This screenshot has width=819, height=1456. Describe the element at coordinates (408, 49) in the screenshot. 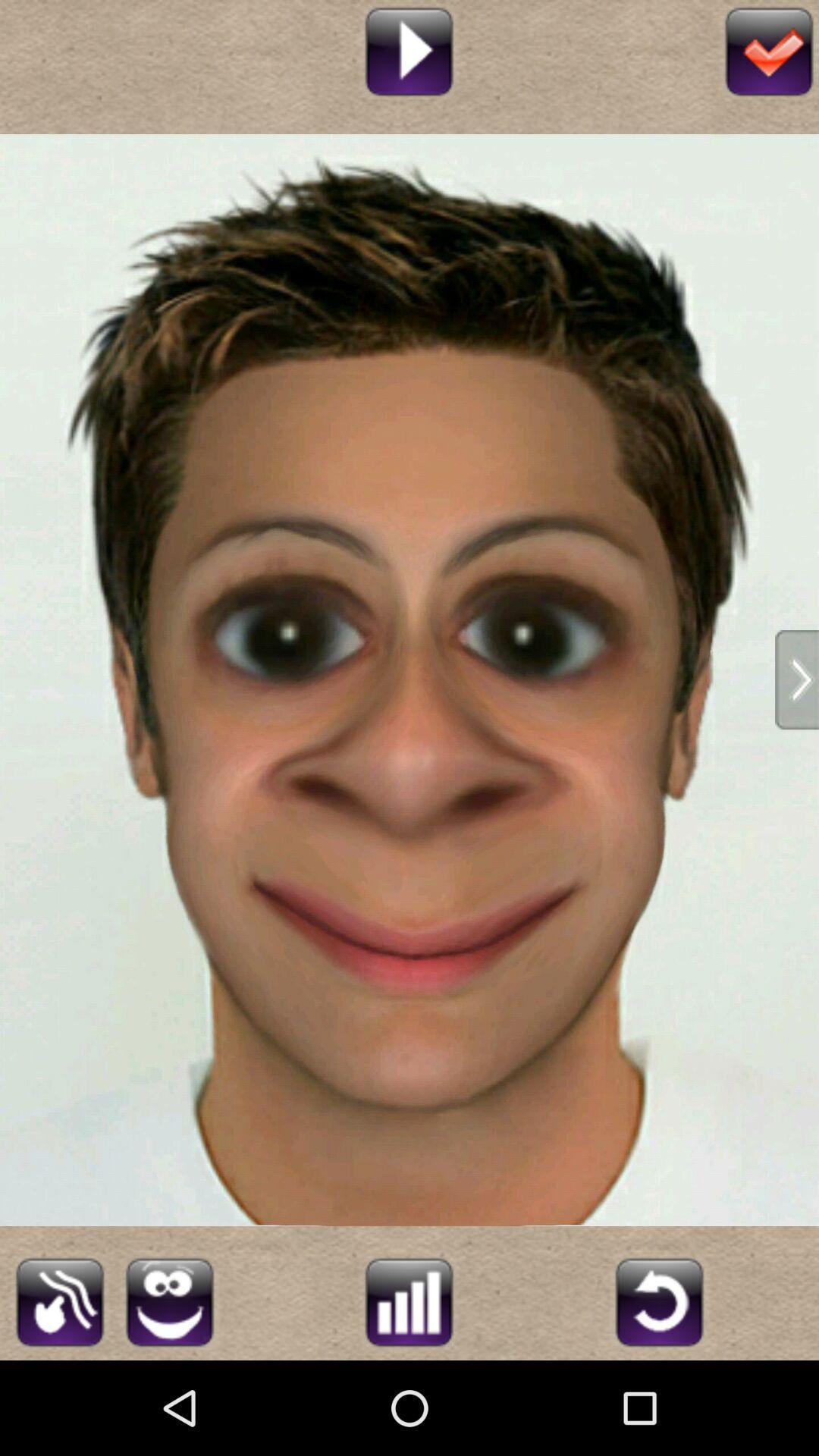

I see `presses play` at that location.